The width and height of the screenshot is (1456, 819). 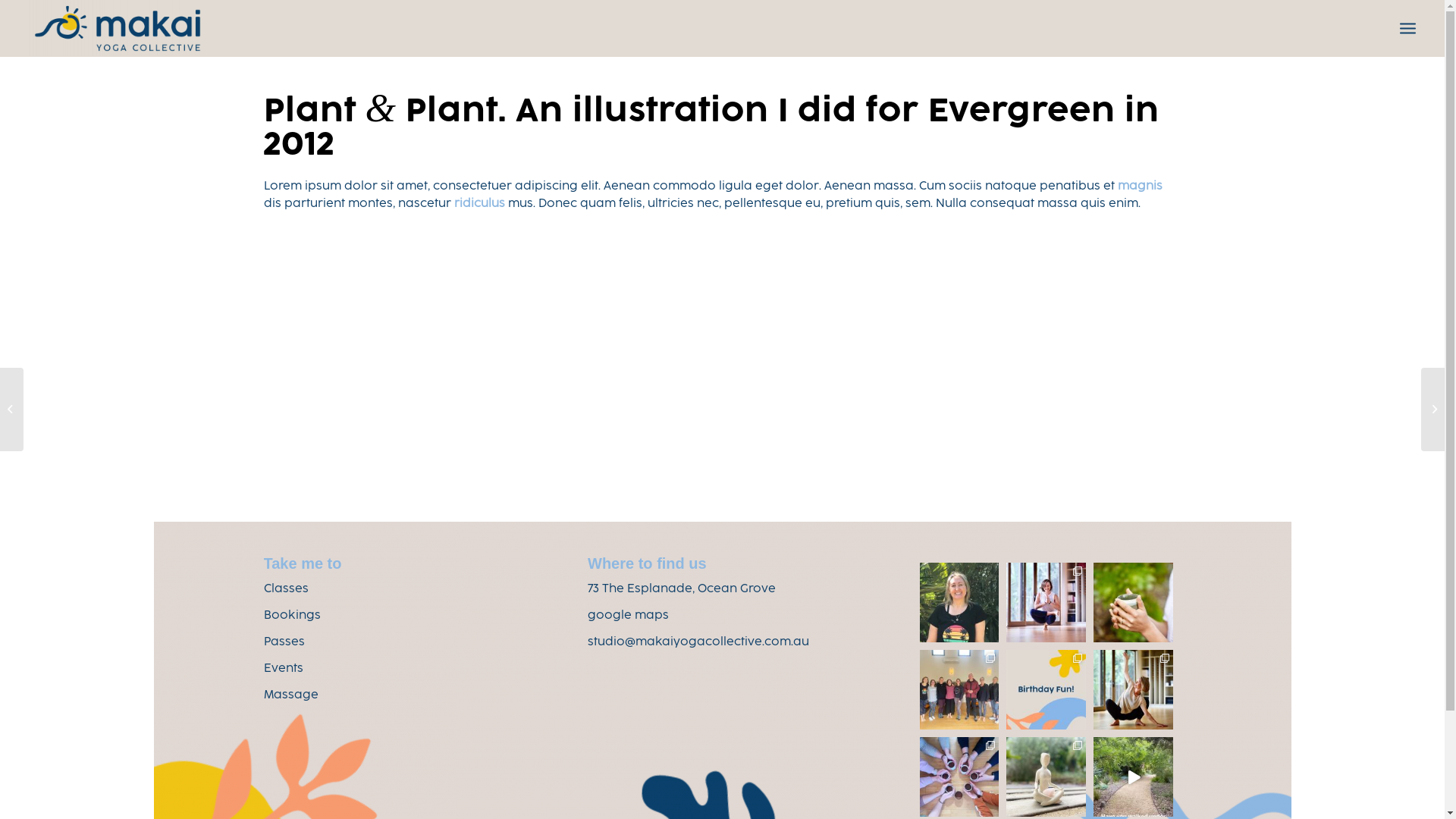 I want to click on 'Passes', so click(x=284, y=642).